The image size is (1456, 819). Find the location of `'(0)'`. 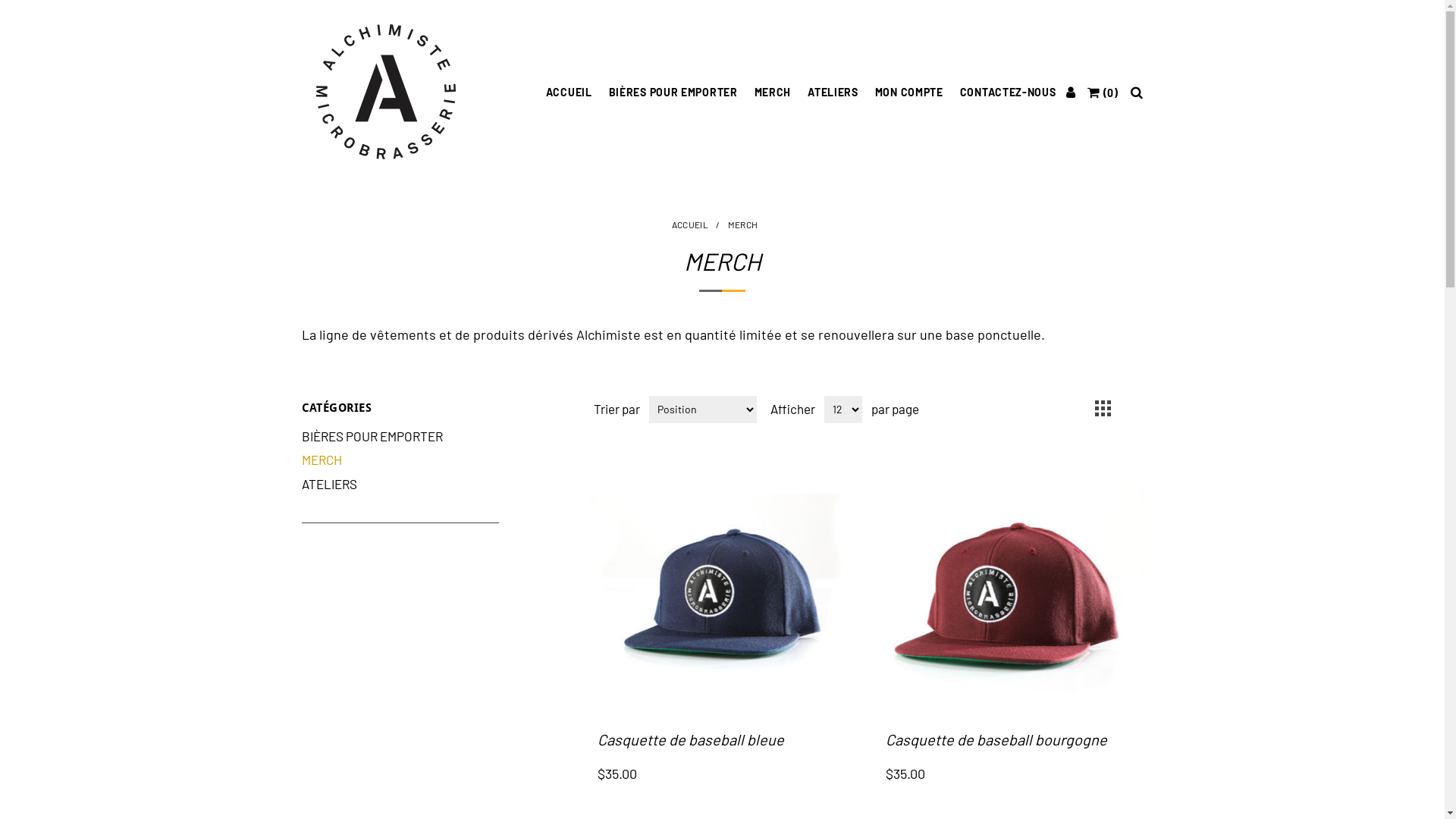

'(0)' is located at coordinates (1103, 93).